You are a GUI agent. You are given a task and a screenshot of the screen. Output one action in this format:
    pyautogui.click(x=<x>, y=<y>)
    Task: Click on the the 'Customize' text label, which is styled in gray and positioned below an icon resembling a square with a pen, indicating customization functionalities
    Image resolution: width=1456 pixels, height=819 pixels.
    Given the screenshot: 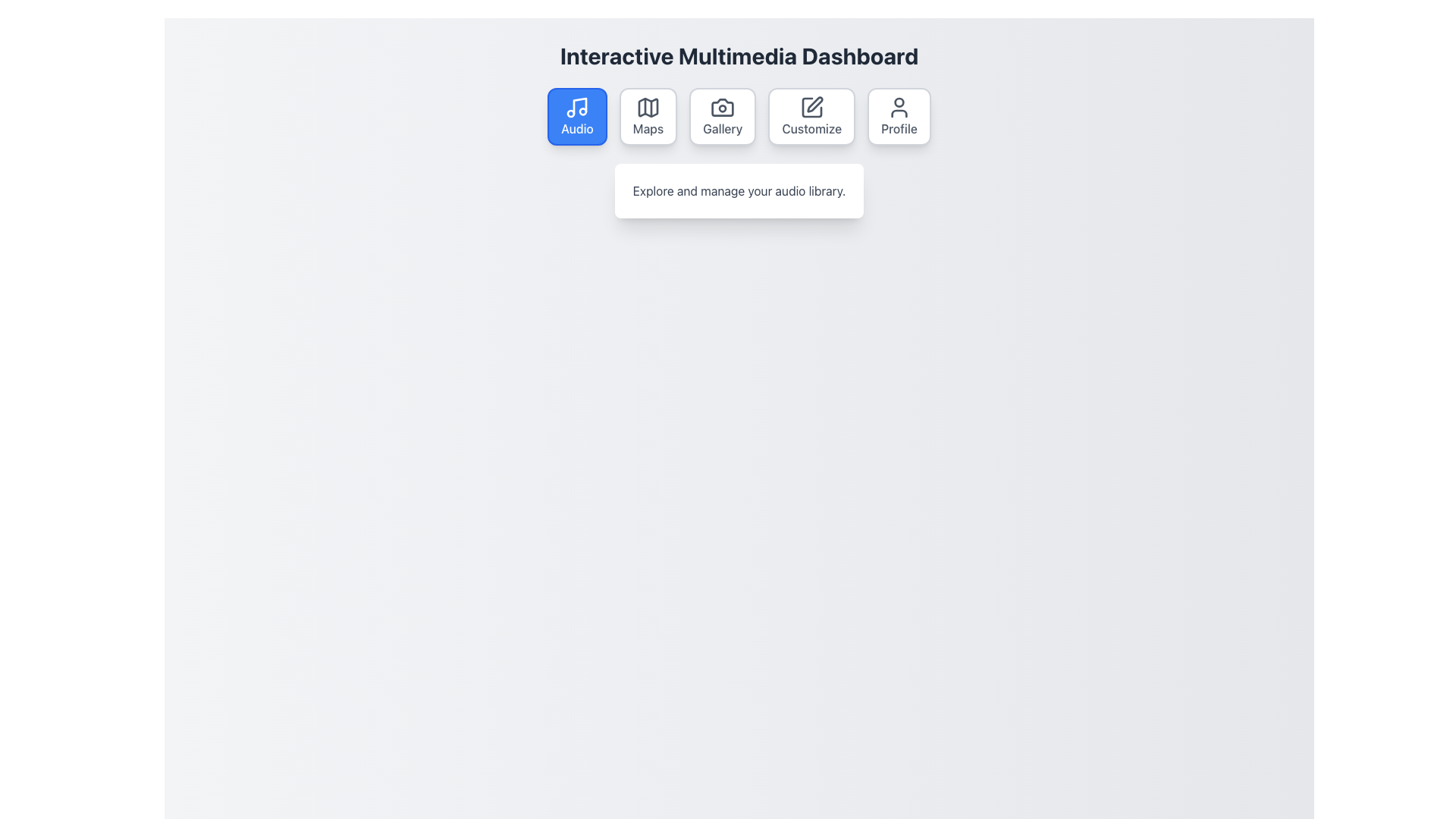 What is the action you would take?
    pyautogui.click(x=811, y=127)
    